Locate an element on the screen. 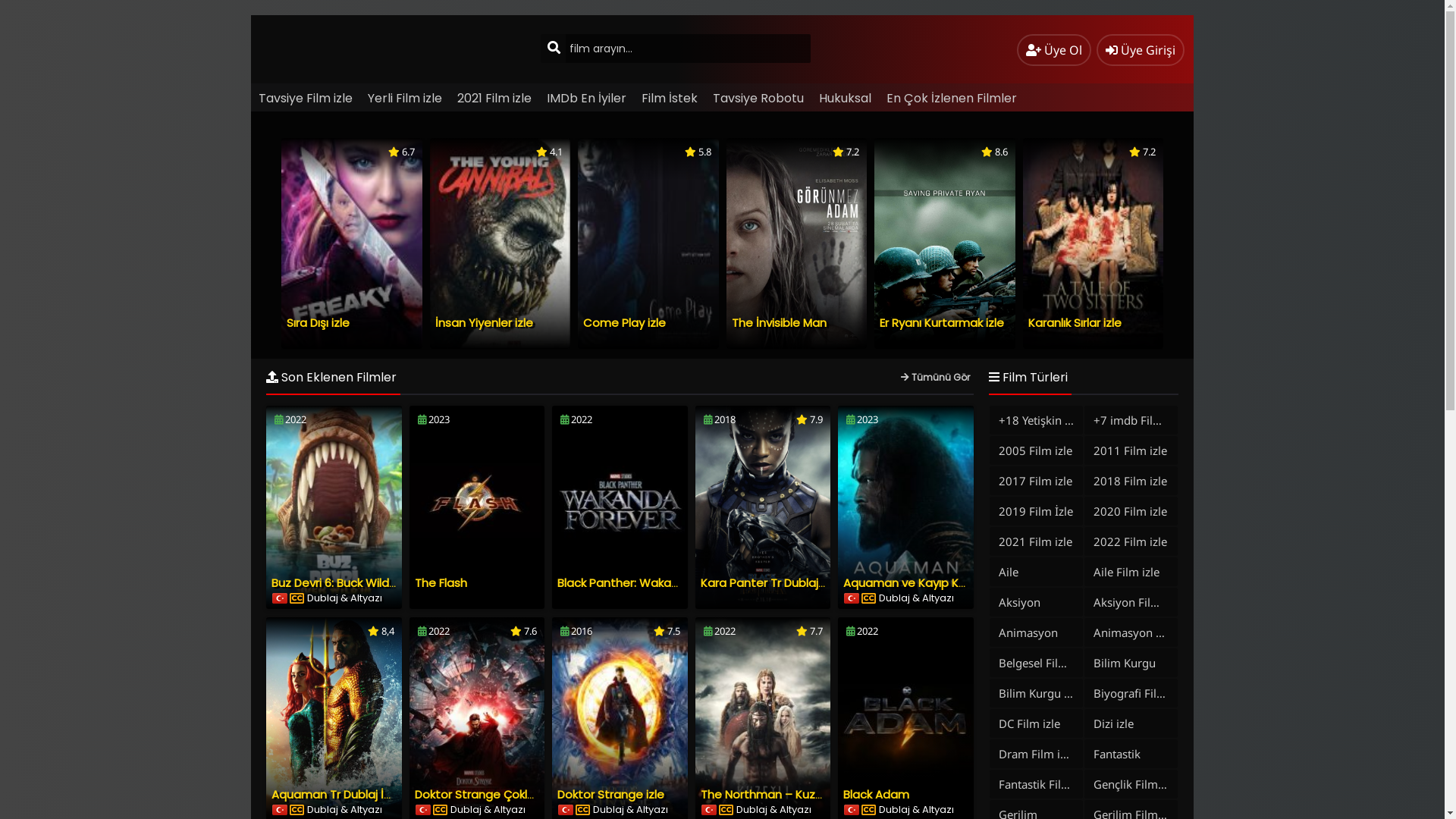 This screenshot has width=1456, height=819. 'Doktor Strange izle' is located at coordinates (610, 793).